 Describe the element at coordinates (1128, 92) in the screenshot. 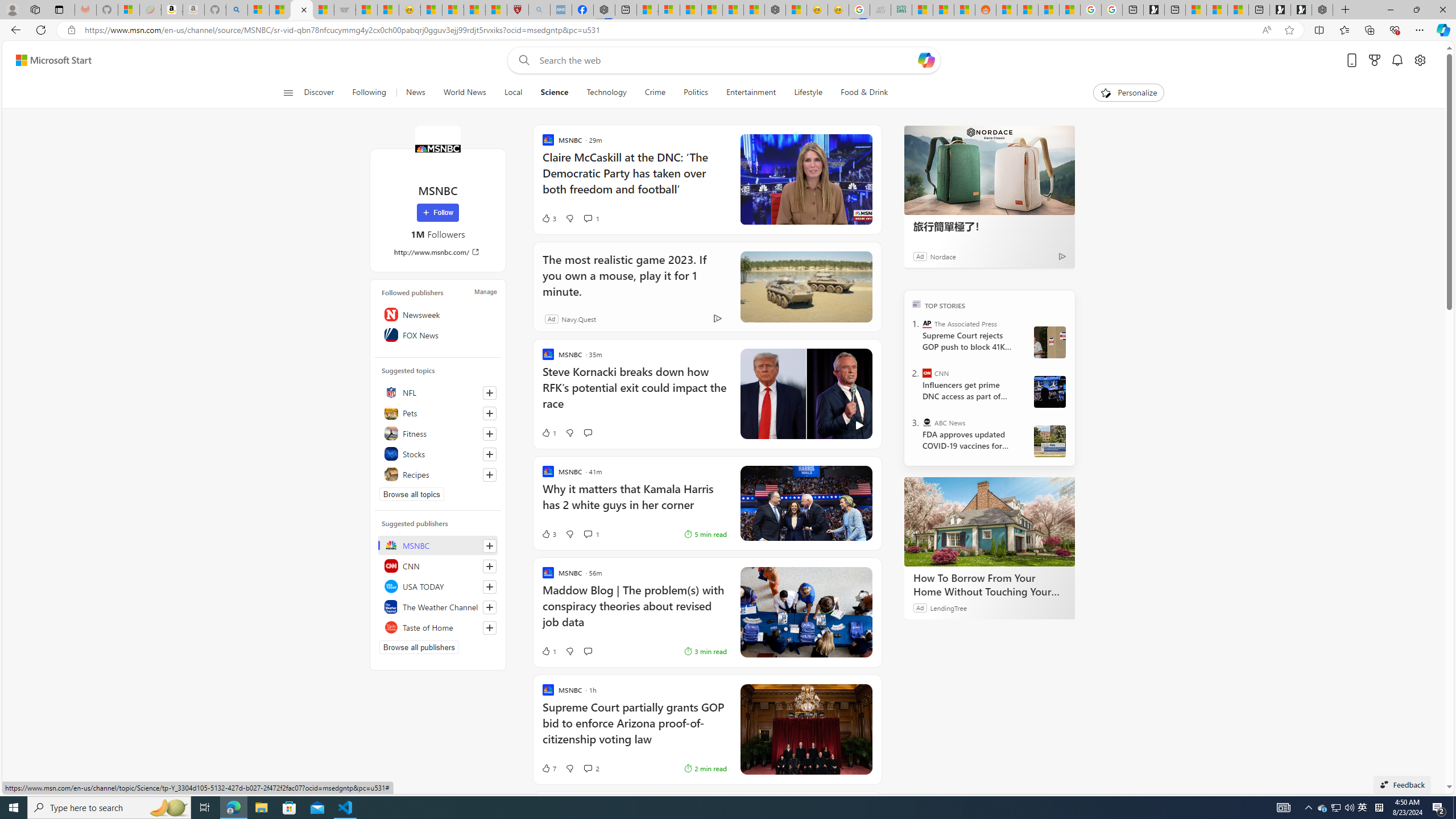

I see `'Personalize'` at that location.